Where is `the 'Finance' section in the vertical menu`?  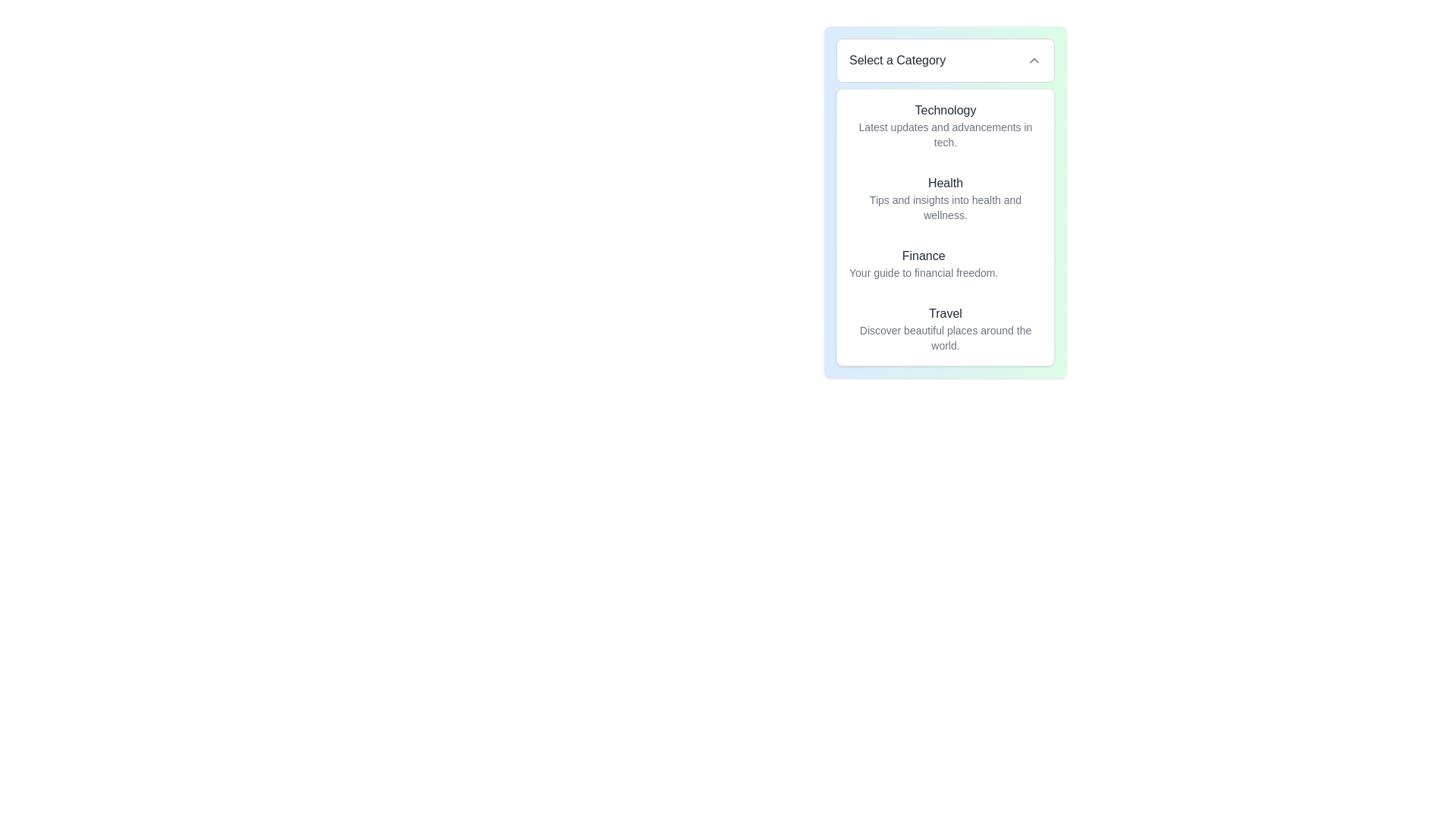
the 'Finance' section in the vertical menu is located at coordinates (945, 262).